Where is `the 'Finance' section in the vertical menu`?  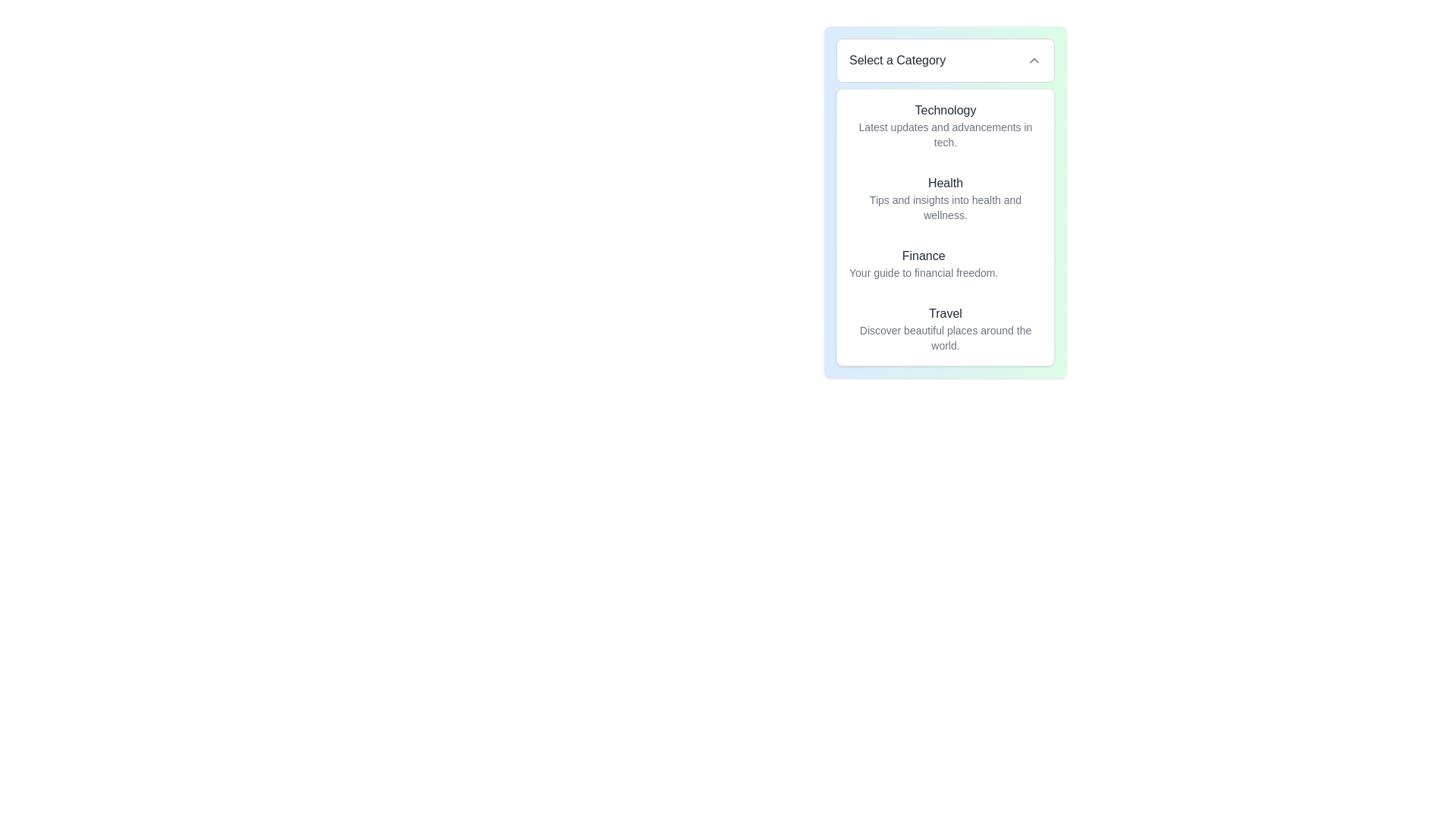
the 'Finance' section in the vertical menu is located at coordinates (945, 262).